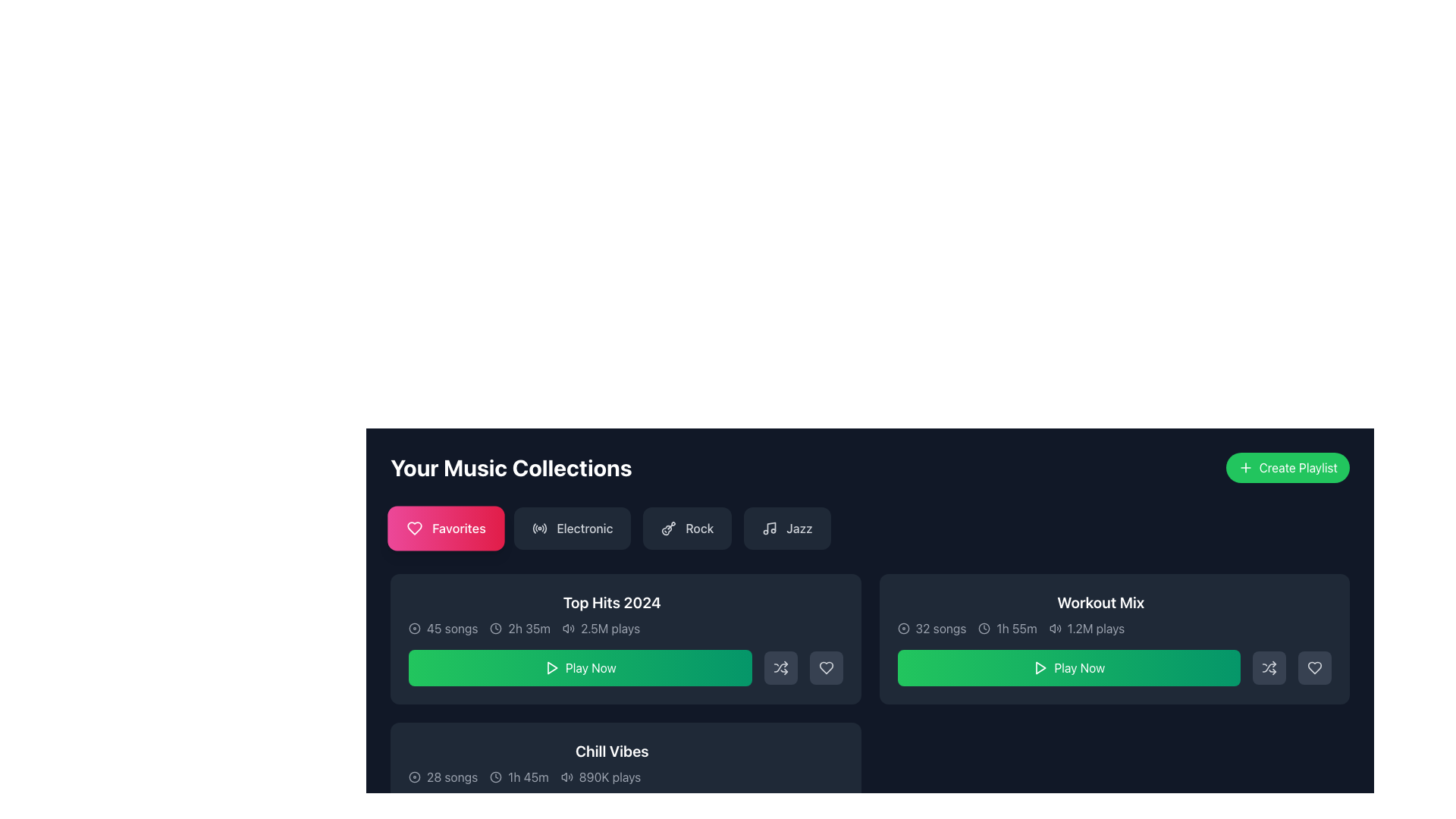 The image size is (1456, 819). I want to click on the heart-shaped icon with a hollow style located in the center of the 'Favorites' button in the 'Your Music Collections' section, so click(415, 528).